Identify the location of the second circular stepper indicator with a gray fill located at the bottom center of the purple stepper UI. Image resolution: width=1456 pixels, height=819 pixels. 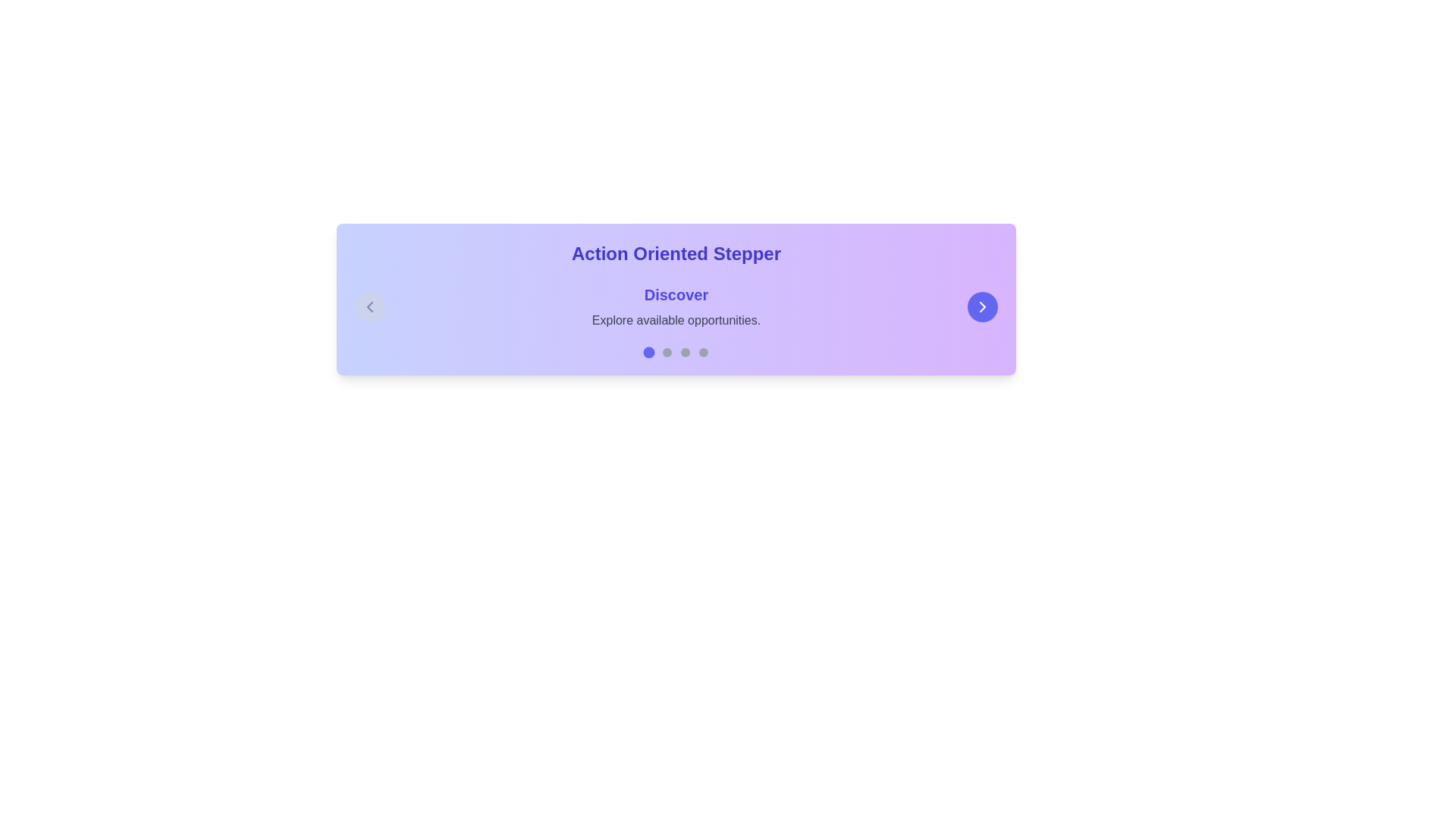
(667, 353).